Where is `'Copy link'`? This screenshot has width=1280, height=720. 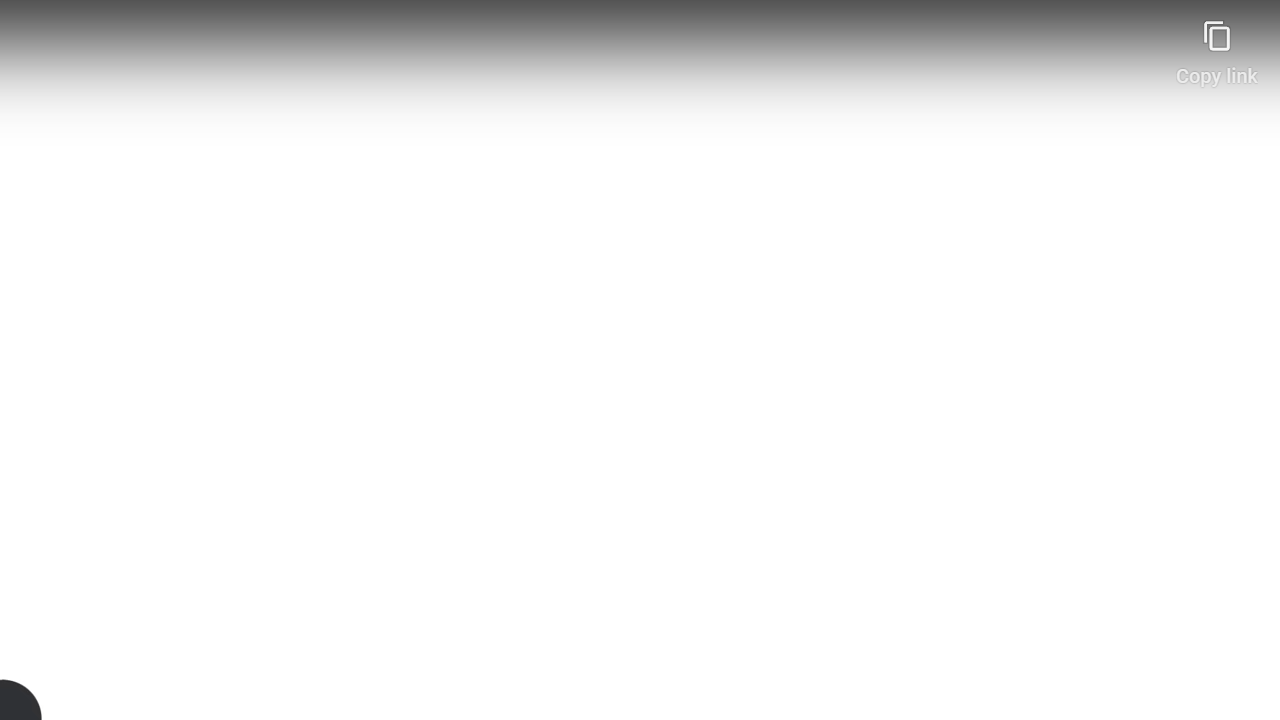
'Copy link' is located at coordinates (1215, 44).